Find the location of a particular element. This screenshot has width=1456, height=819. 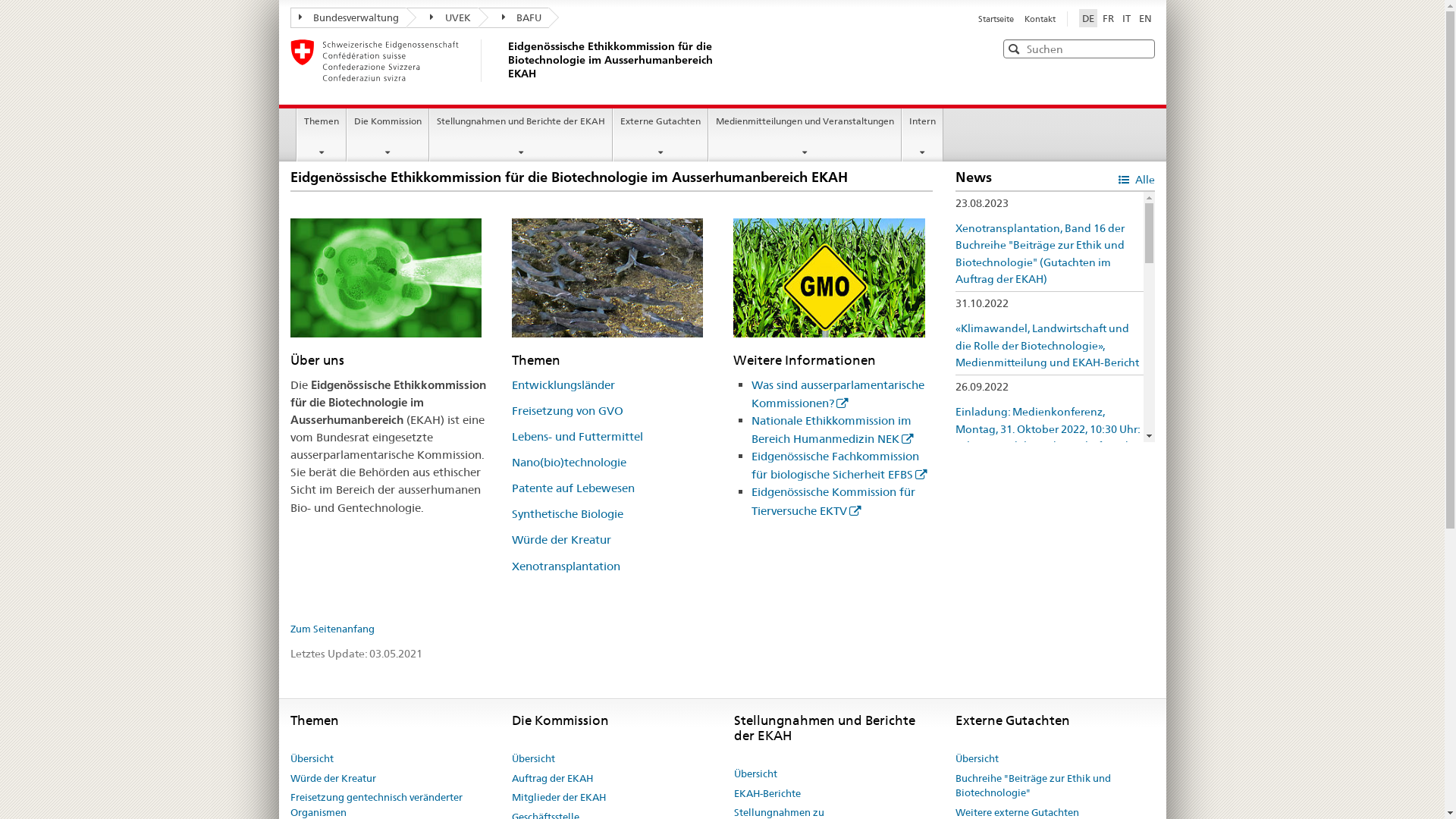

'Kontakt' is located at coordinates (1038, 18).